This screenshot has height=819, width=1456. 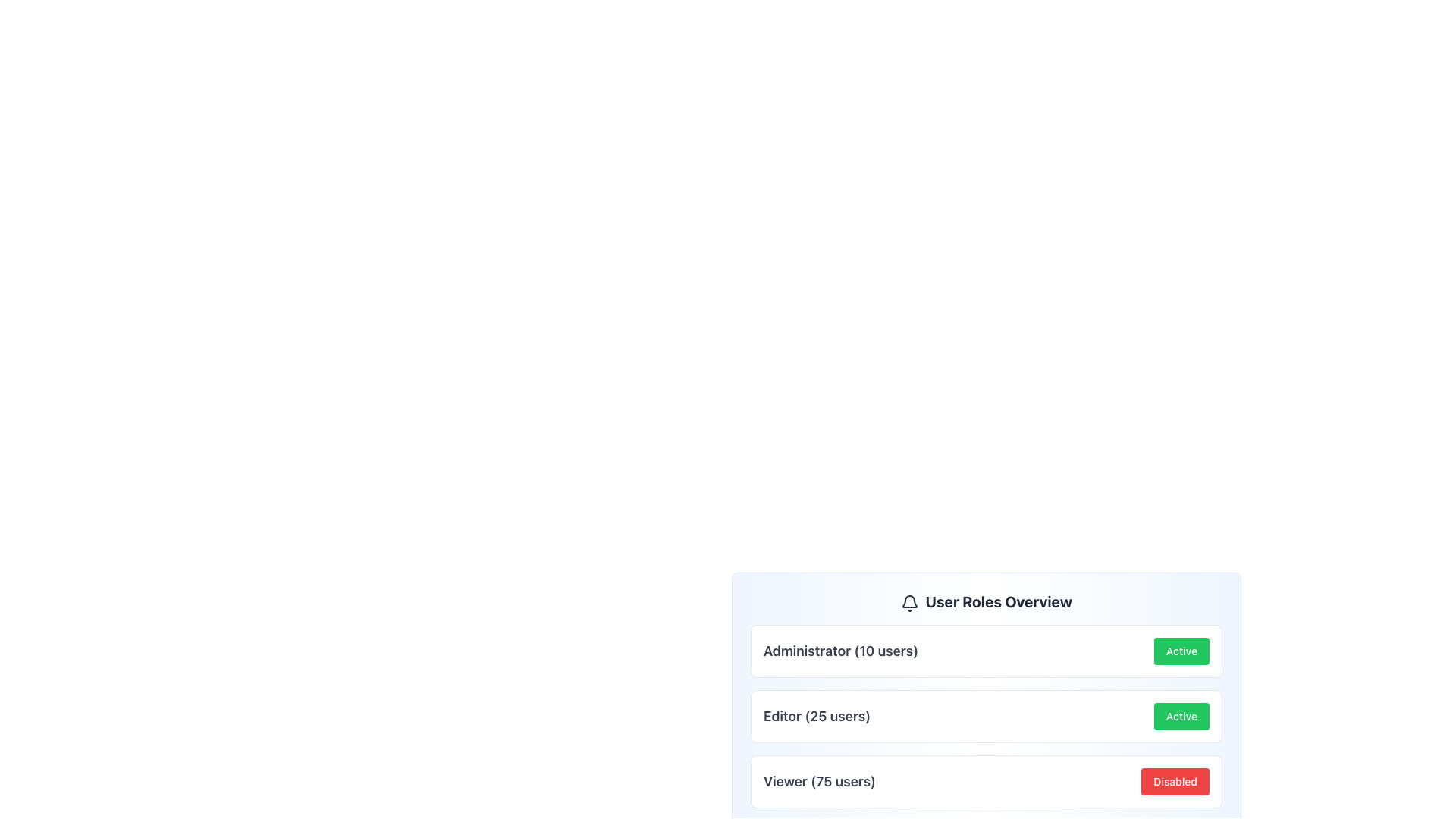 I want to click on the notification bell icon located to the left of the text 'User Roles Overview', which is styled with black outlines and an empty interior, so click(x=910, y=601).